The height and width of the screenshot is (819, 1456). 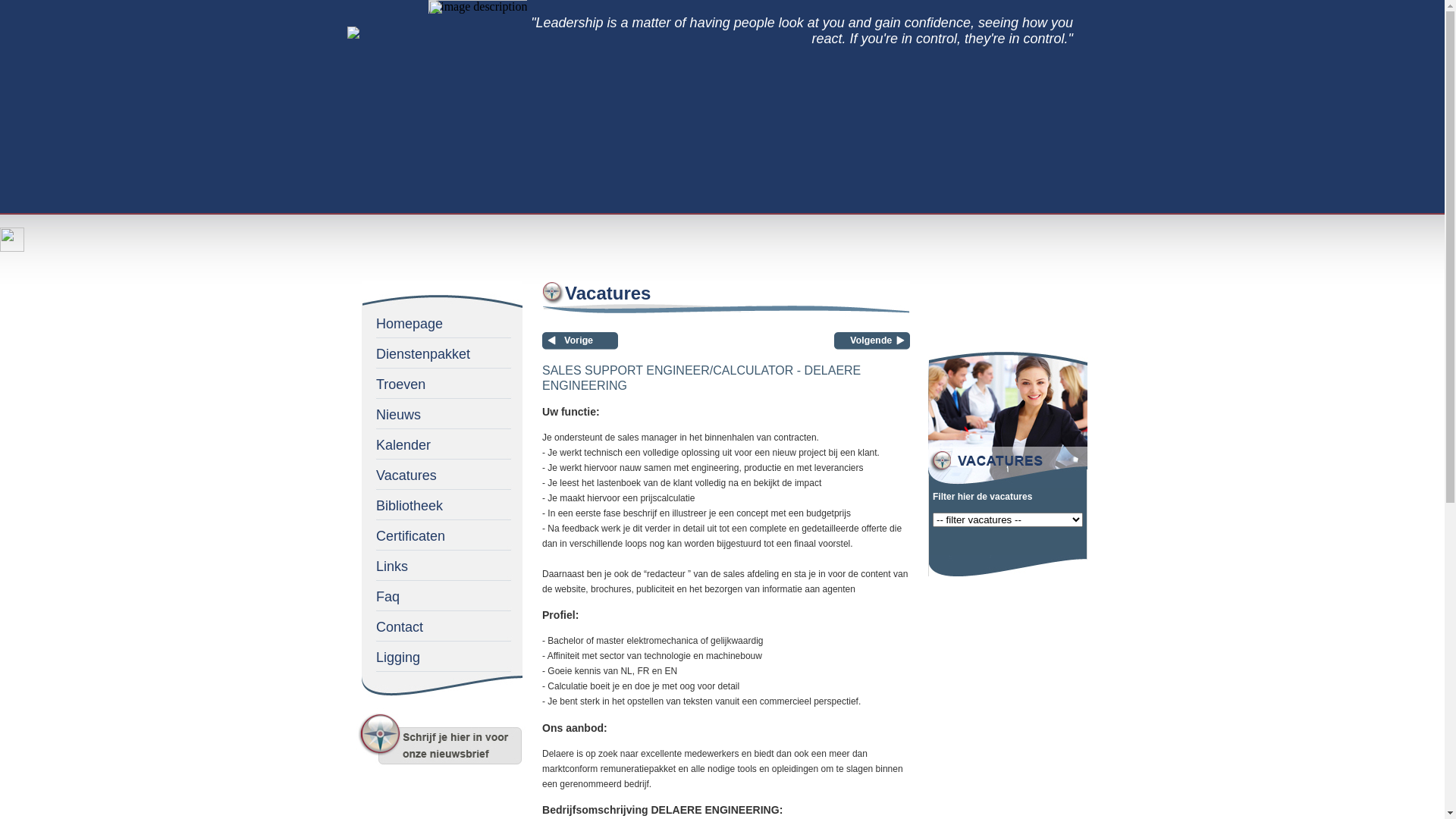 What do you see at coordinates (441, 411) in the screenshot?
I see `'Nieuws'` at bounding box center [441, 411].